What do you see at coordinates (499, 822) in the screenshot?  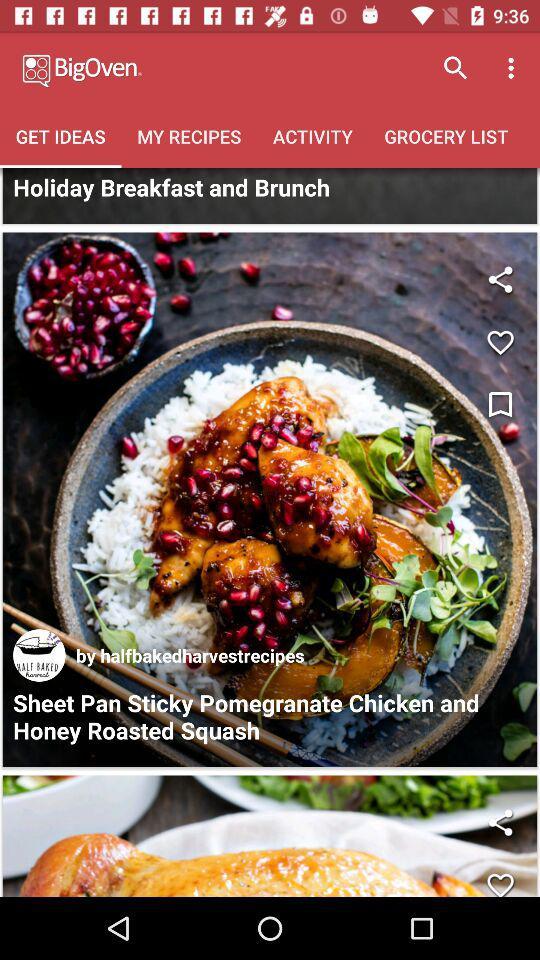 I see `share` at bounding box center [499, 822].